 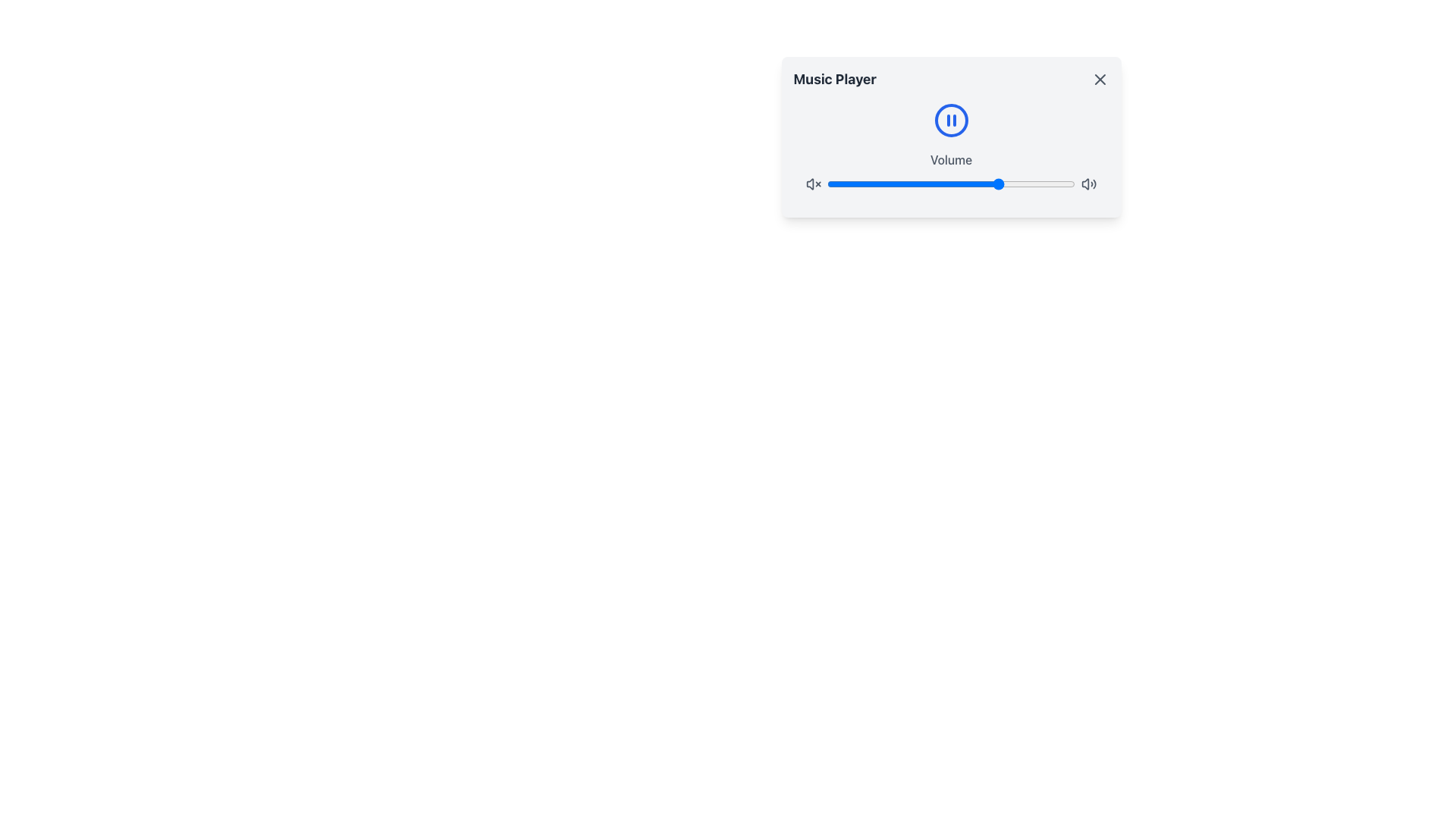 What do you see at coordinates (923, 184) in the screenshot?
I see `the volume` at bounding box center [923, 184].